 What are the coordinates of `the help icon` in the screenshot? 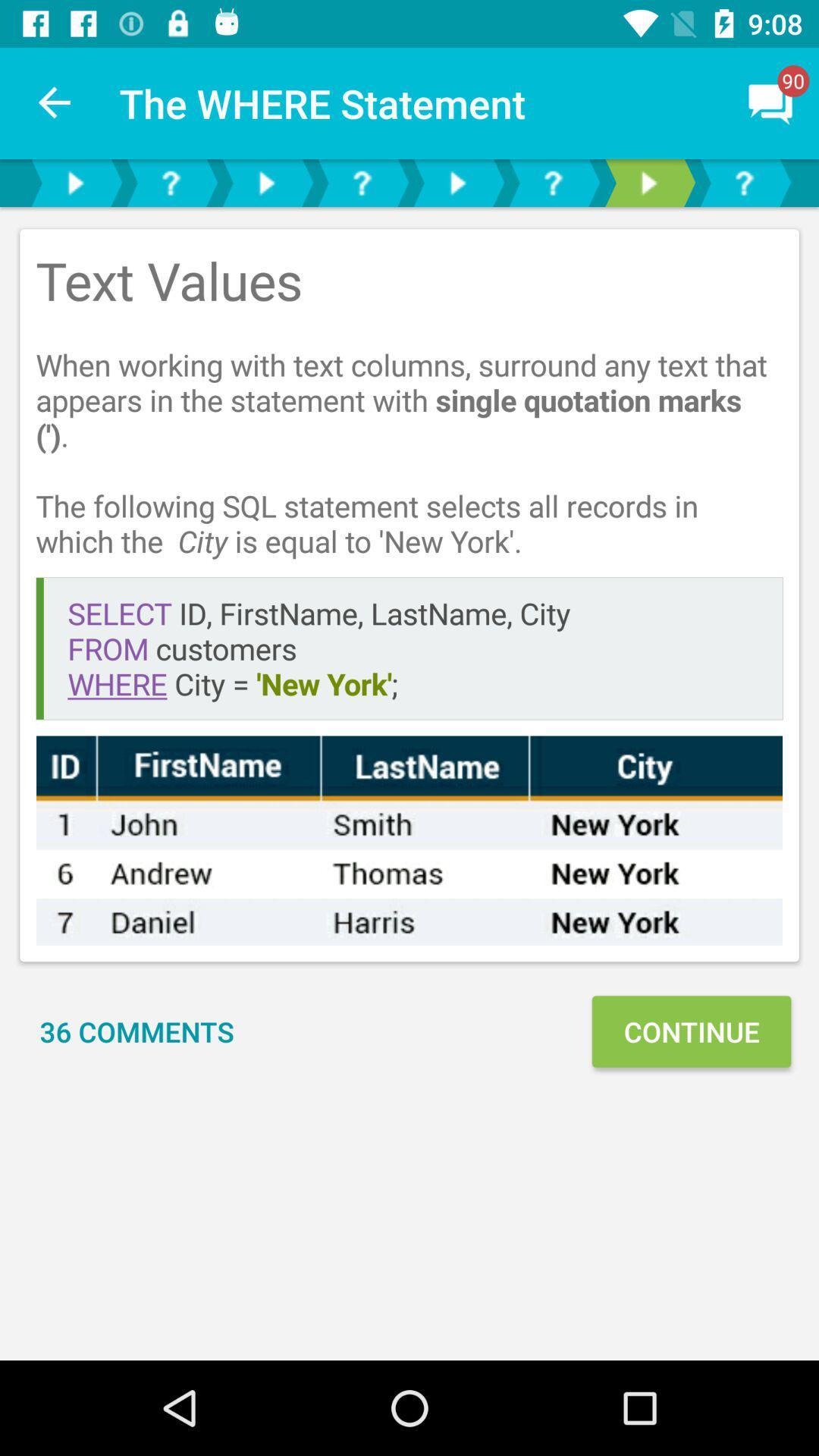 It's located at (553, 182).